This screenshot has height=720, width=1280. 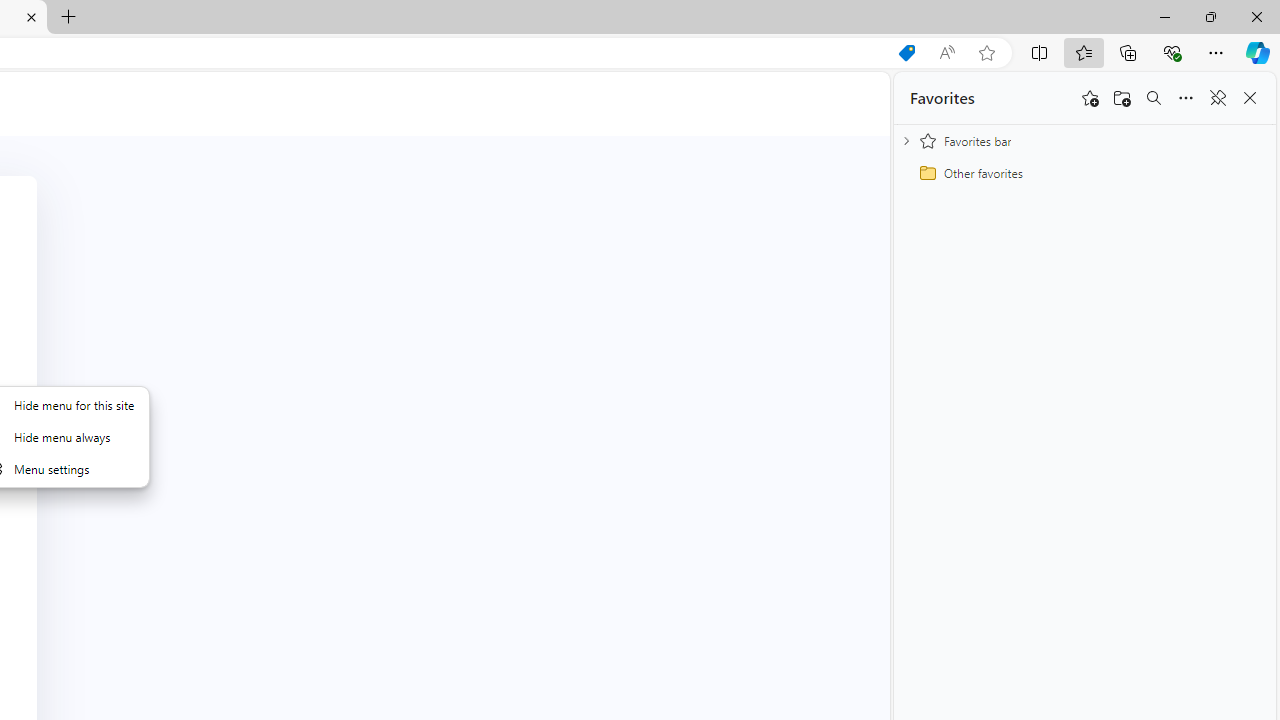 I want to click on 'Shopping in Microsoft Edge', so click(x=905, y=52).